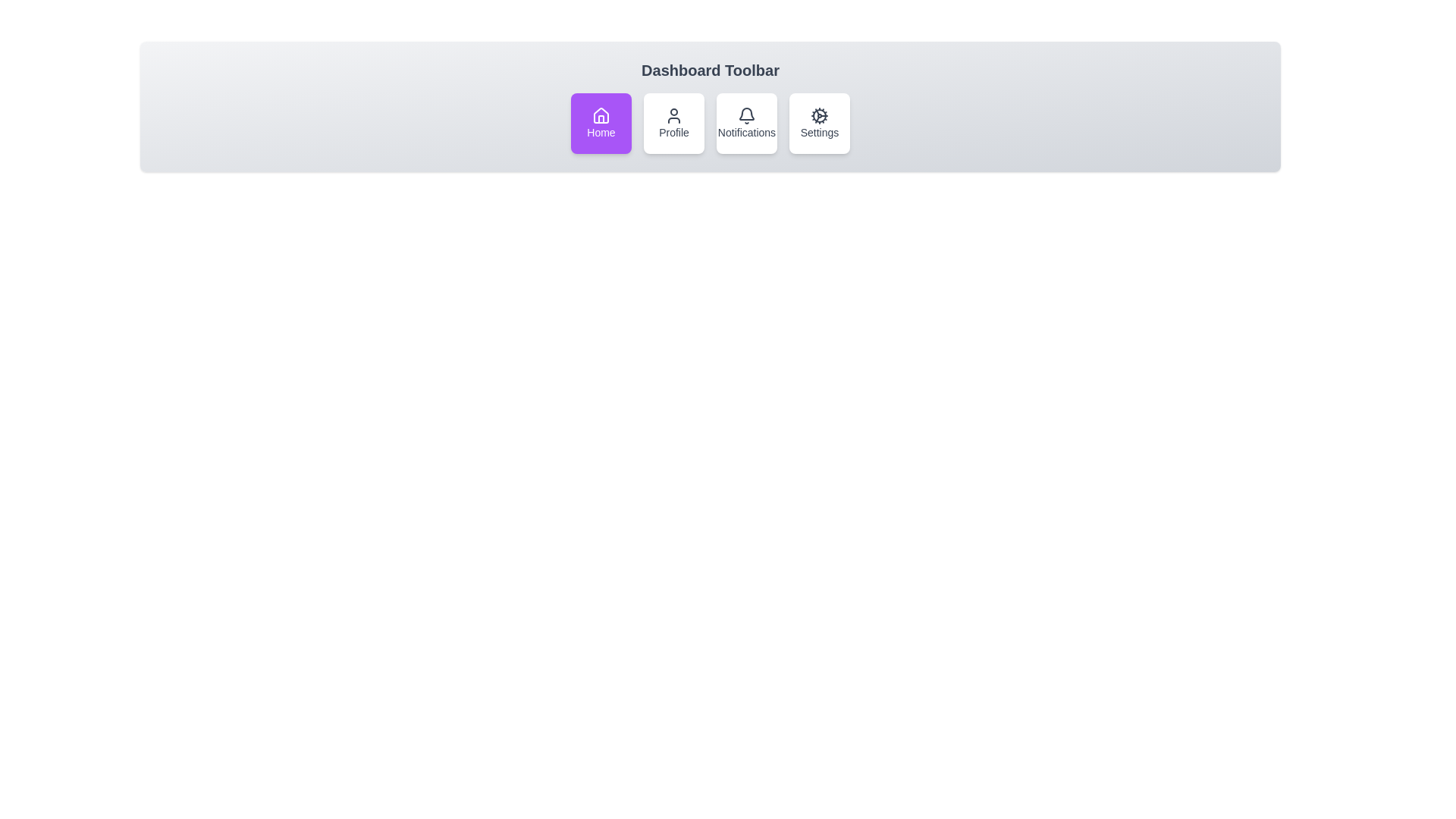 This screenshot has width=1456, height=819. Describe the element at coordinates (673, 122) in the screenshot. I see `the Profile toolbar item to activate it` at that location.